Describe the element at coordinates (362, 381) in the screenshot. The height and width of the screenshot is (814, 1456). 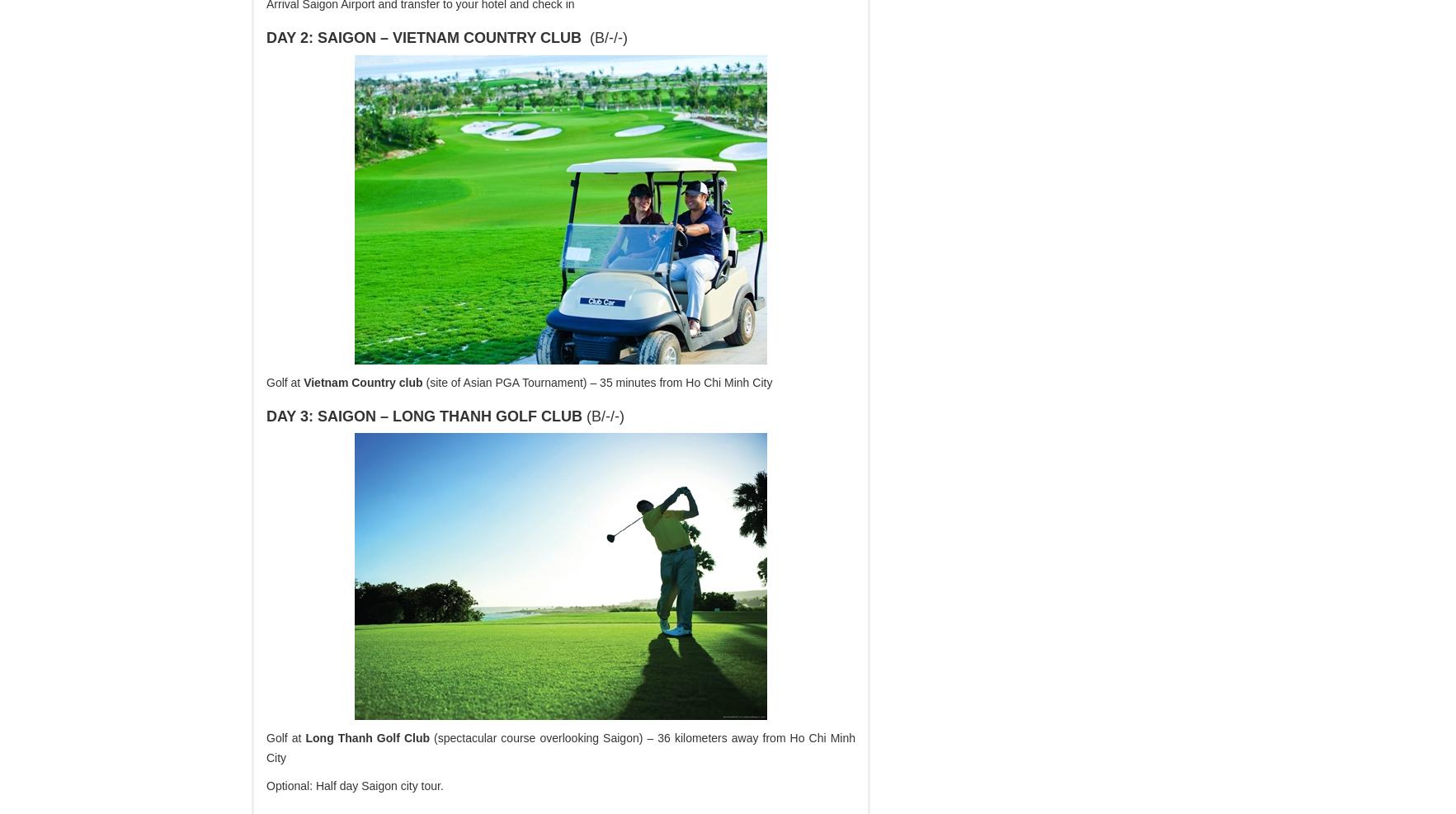
I see `'Vietnam Country club'` at that location.